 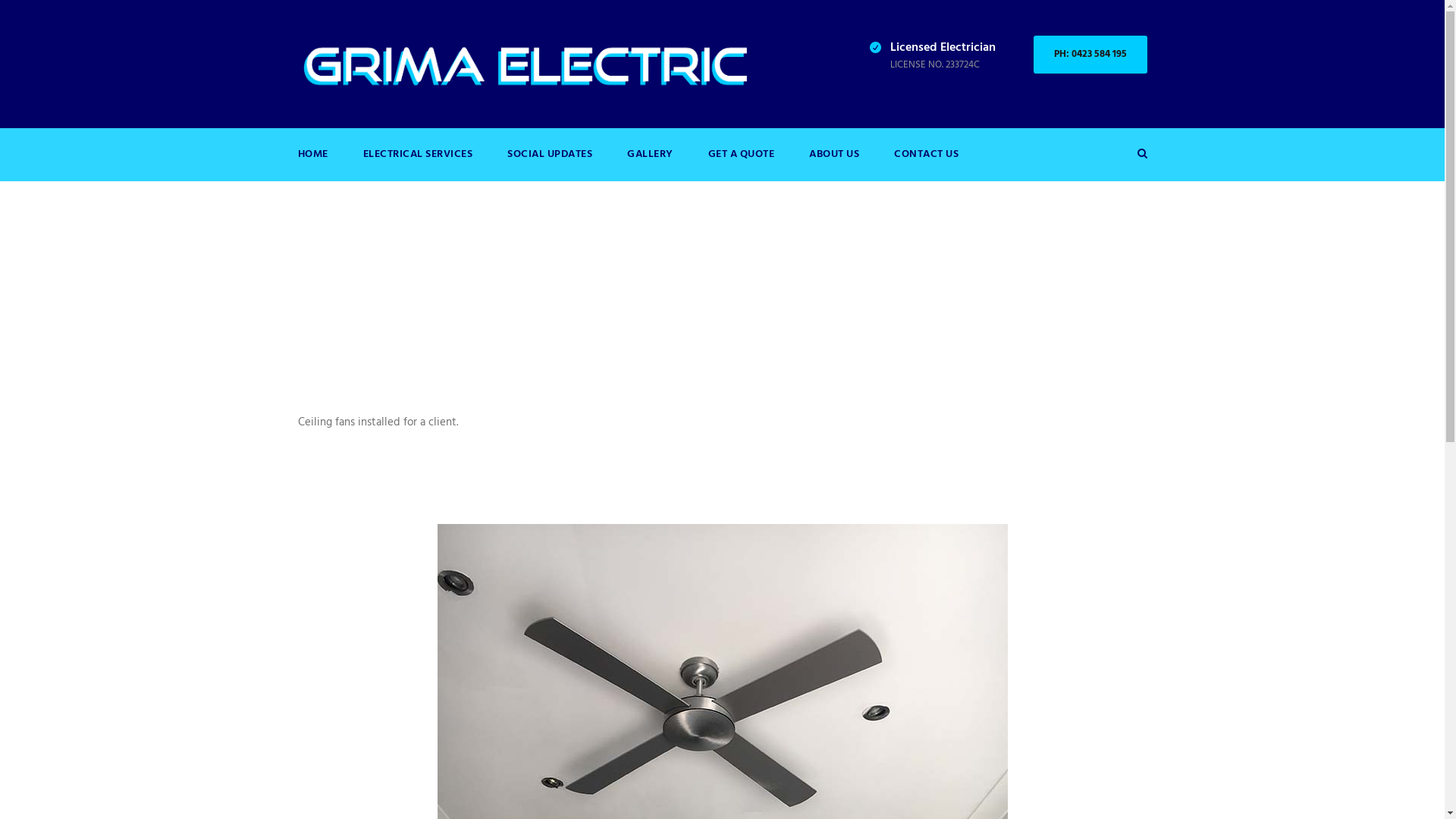 I want to click on 'ELECTRICAL SERVICES', so click(x=417, y=163).